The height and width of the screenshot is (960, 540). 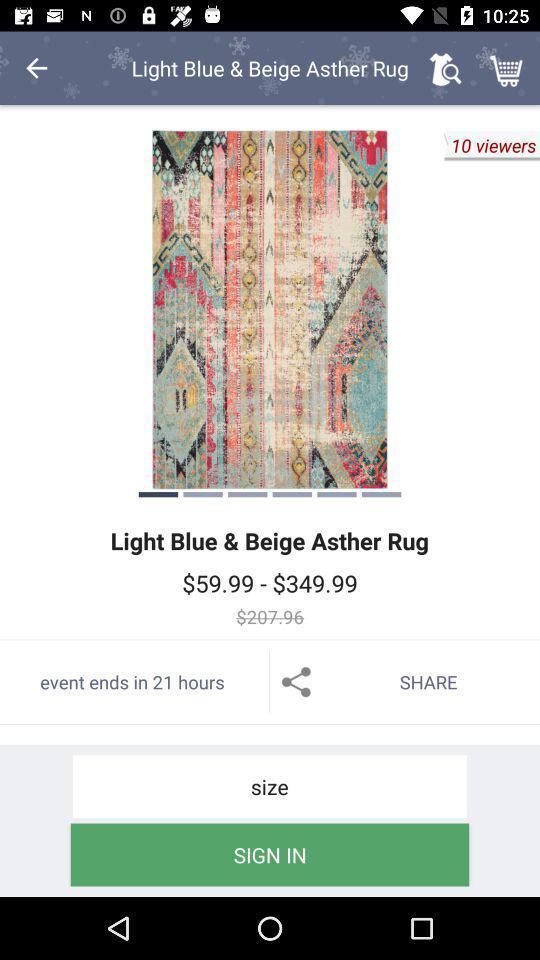 I want to click on the item to the right of light blue beige item, so click(x=445, y=68).